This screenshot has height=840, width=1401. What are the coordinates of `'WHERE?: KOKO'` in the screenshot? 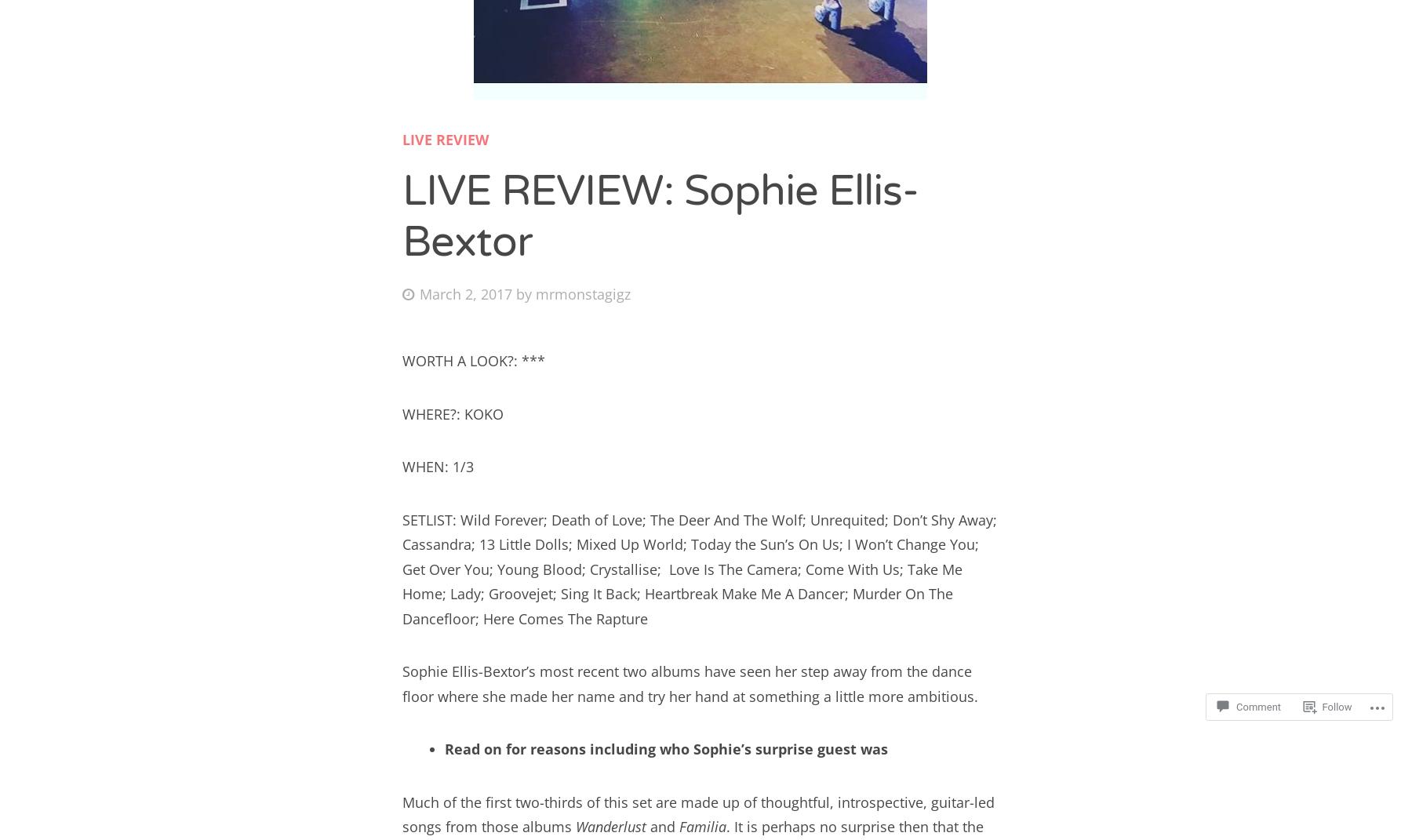 It's located at (452, 413).